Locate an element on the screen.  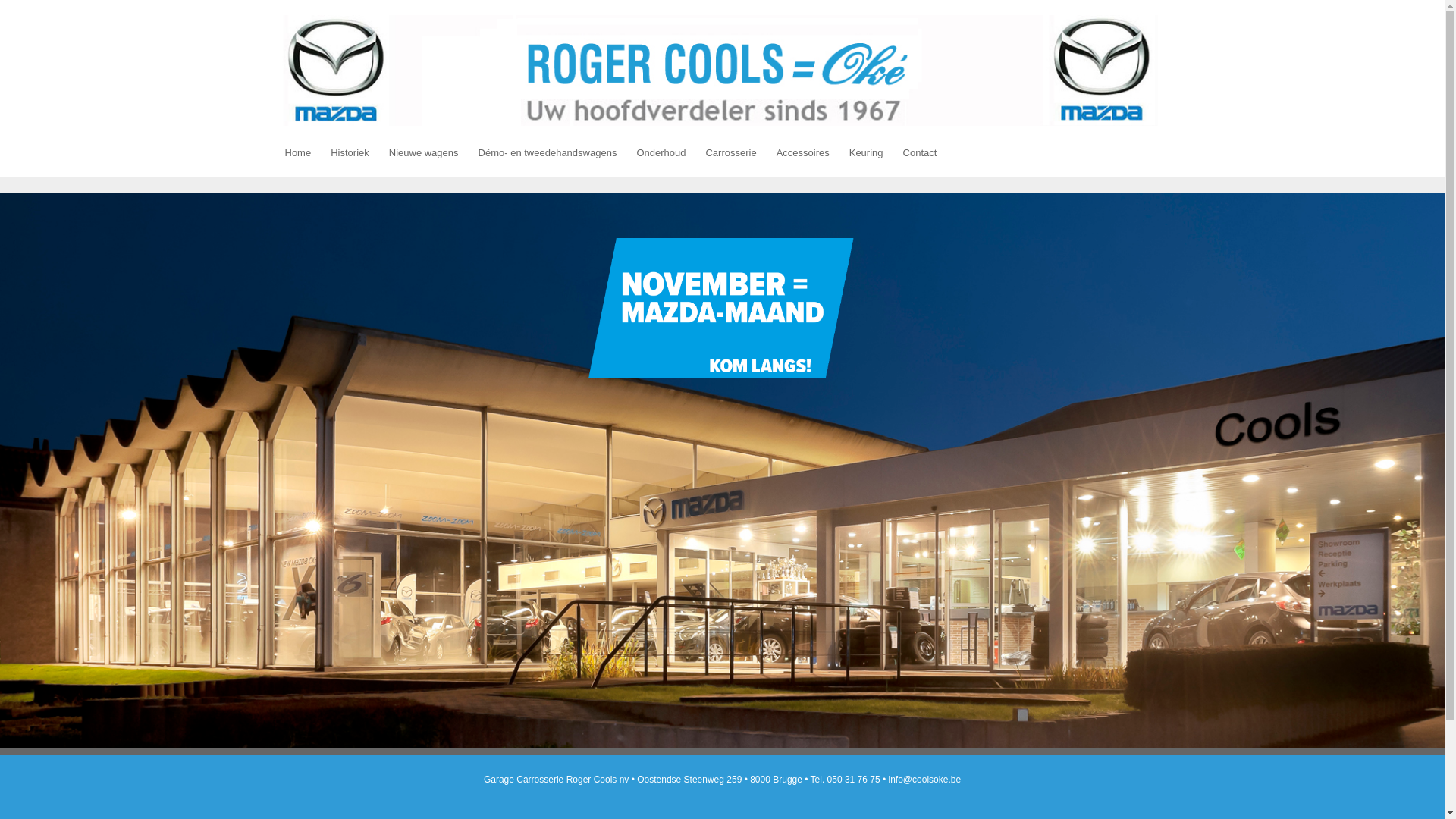
'Accessoires' is located at coordinates (802, 153).